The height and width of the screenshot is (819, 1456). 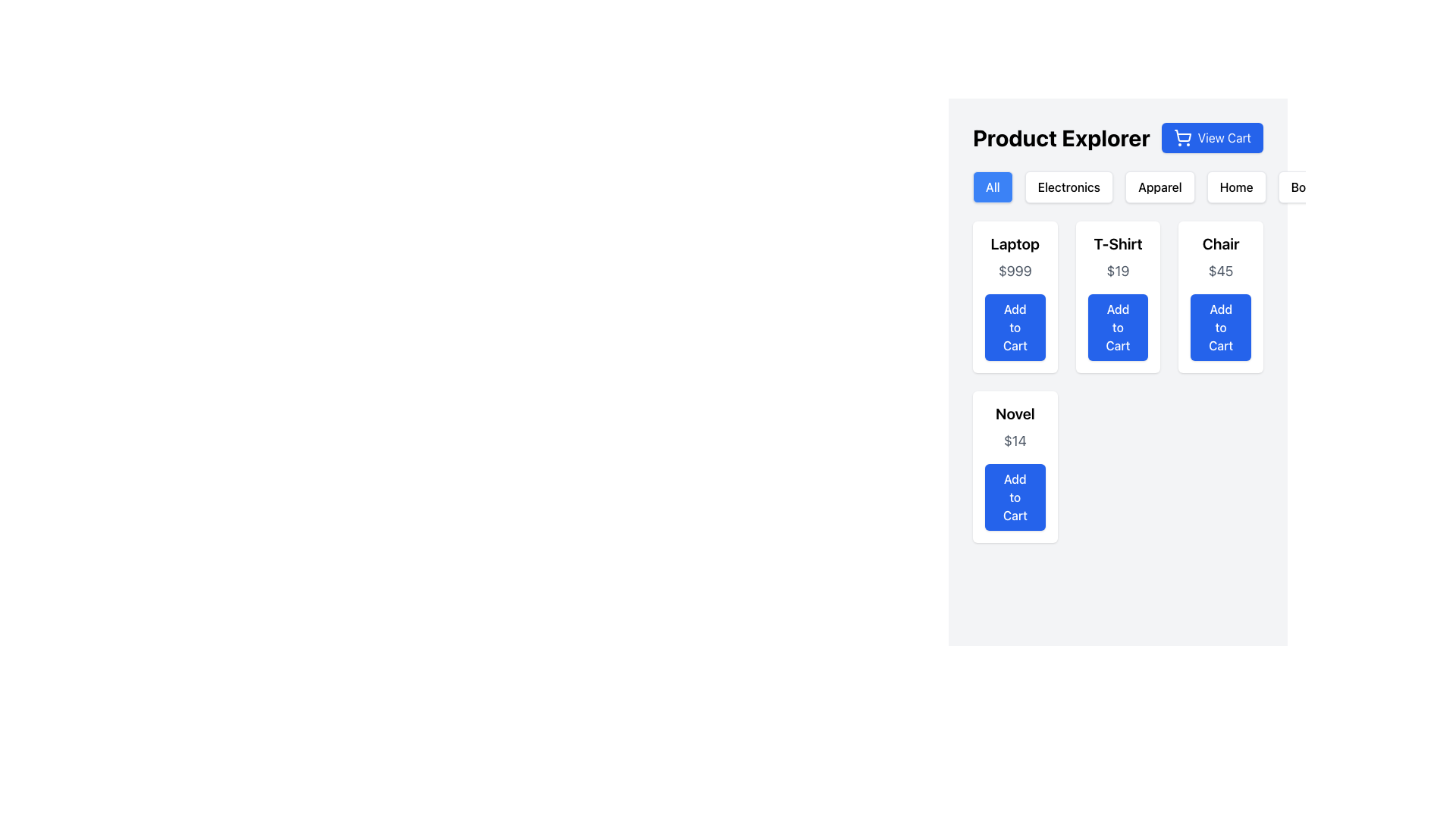 What do you see at coordinates (1015, 441) in the screenshot?
I see `the price label displaying the cost of the item located directly underneath the text 'Novel' and above the 'Add to Cart' button` at bounding box center [1015, 441].